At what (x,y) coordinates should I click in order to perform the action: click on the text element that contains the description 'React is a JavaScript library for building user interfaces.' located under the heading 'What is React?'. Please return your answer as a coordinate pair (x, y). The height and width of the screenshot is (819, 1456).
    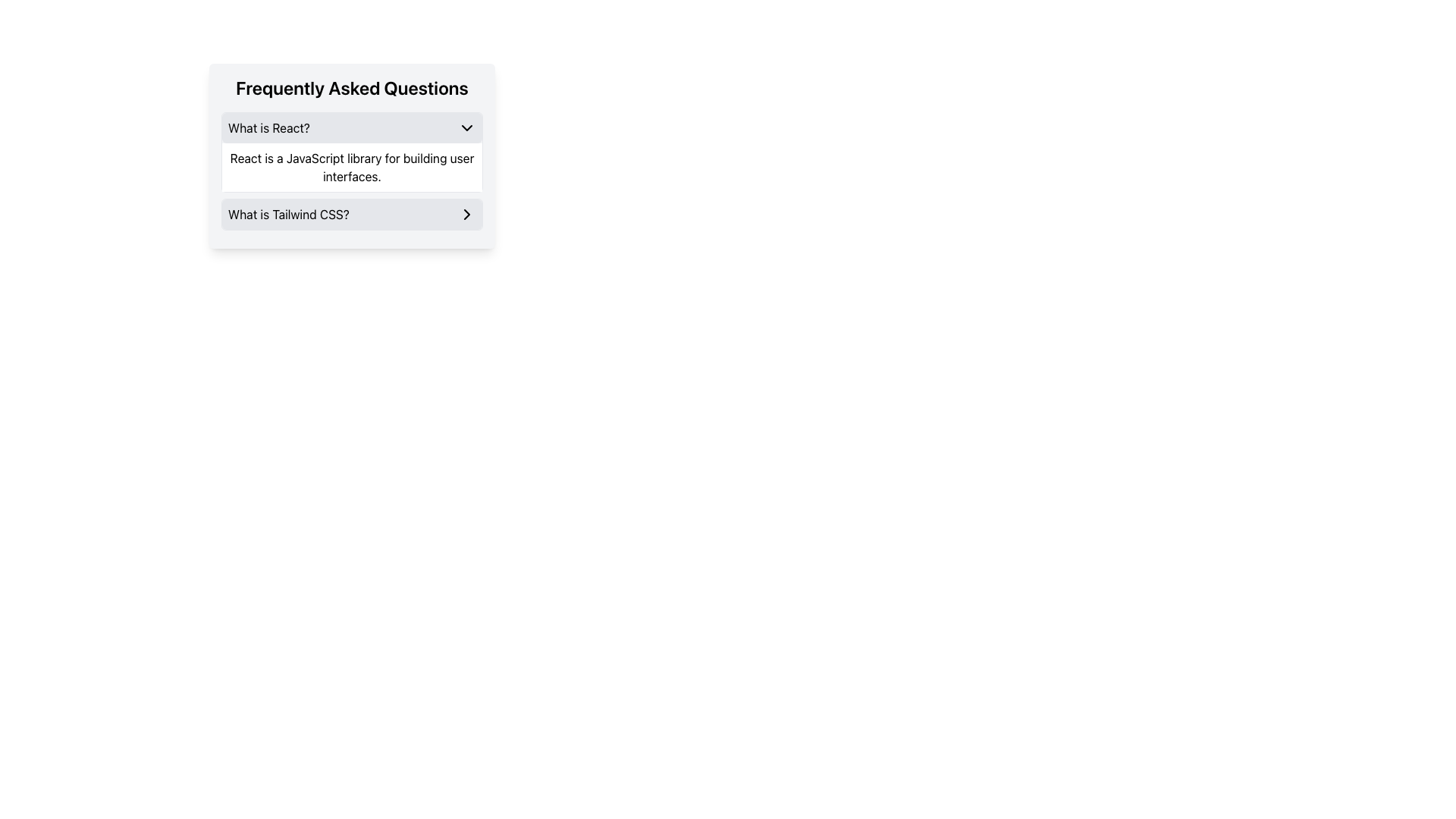
    Looking at the image, I should click on (351, 167).